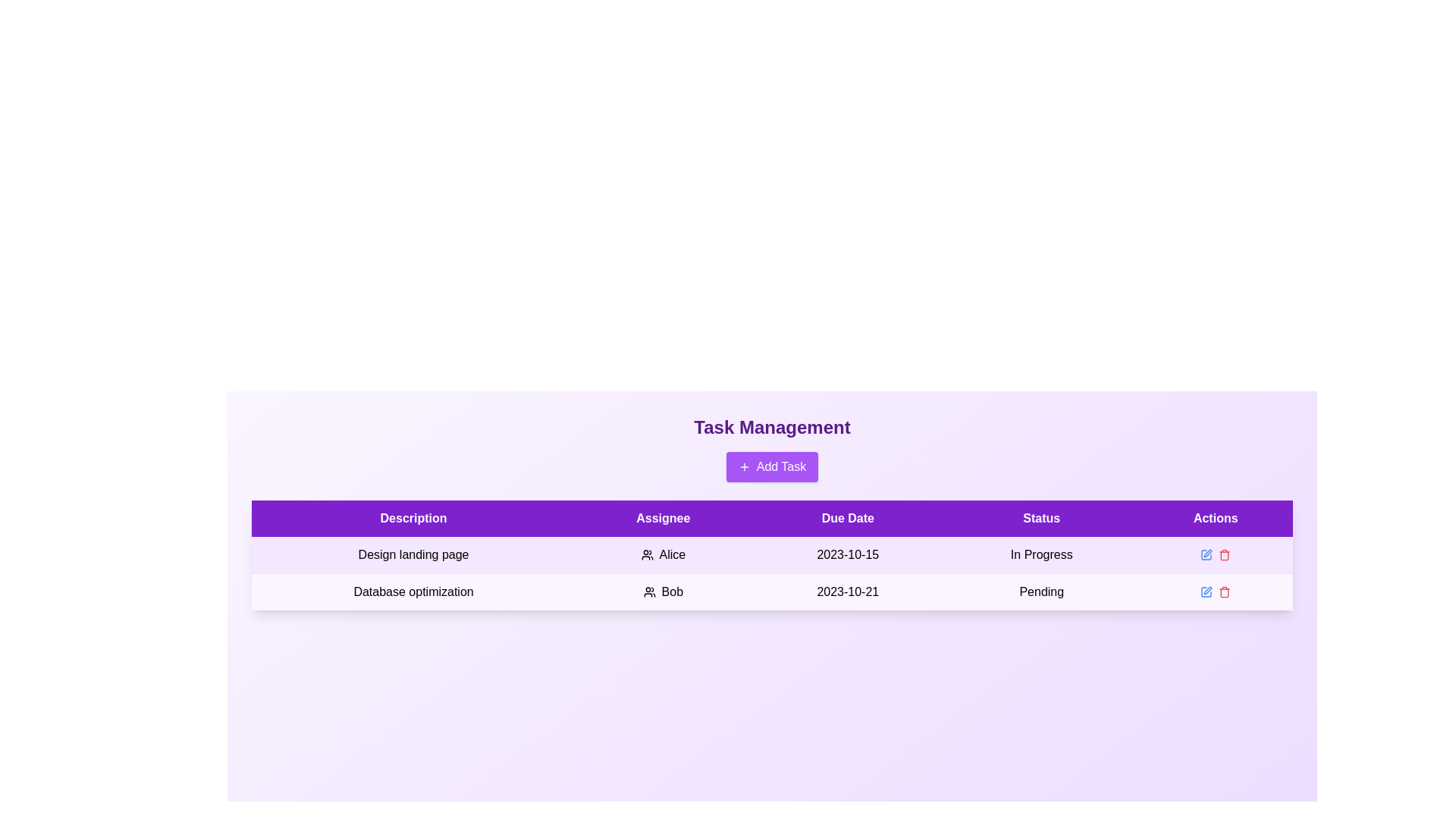  Describe the element at coordinates (1207, 553) in the screenshot. I see `the edit icon button located in the Actions column of the second row of the table` at that location.